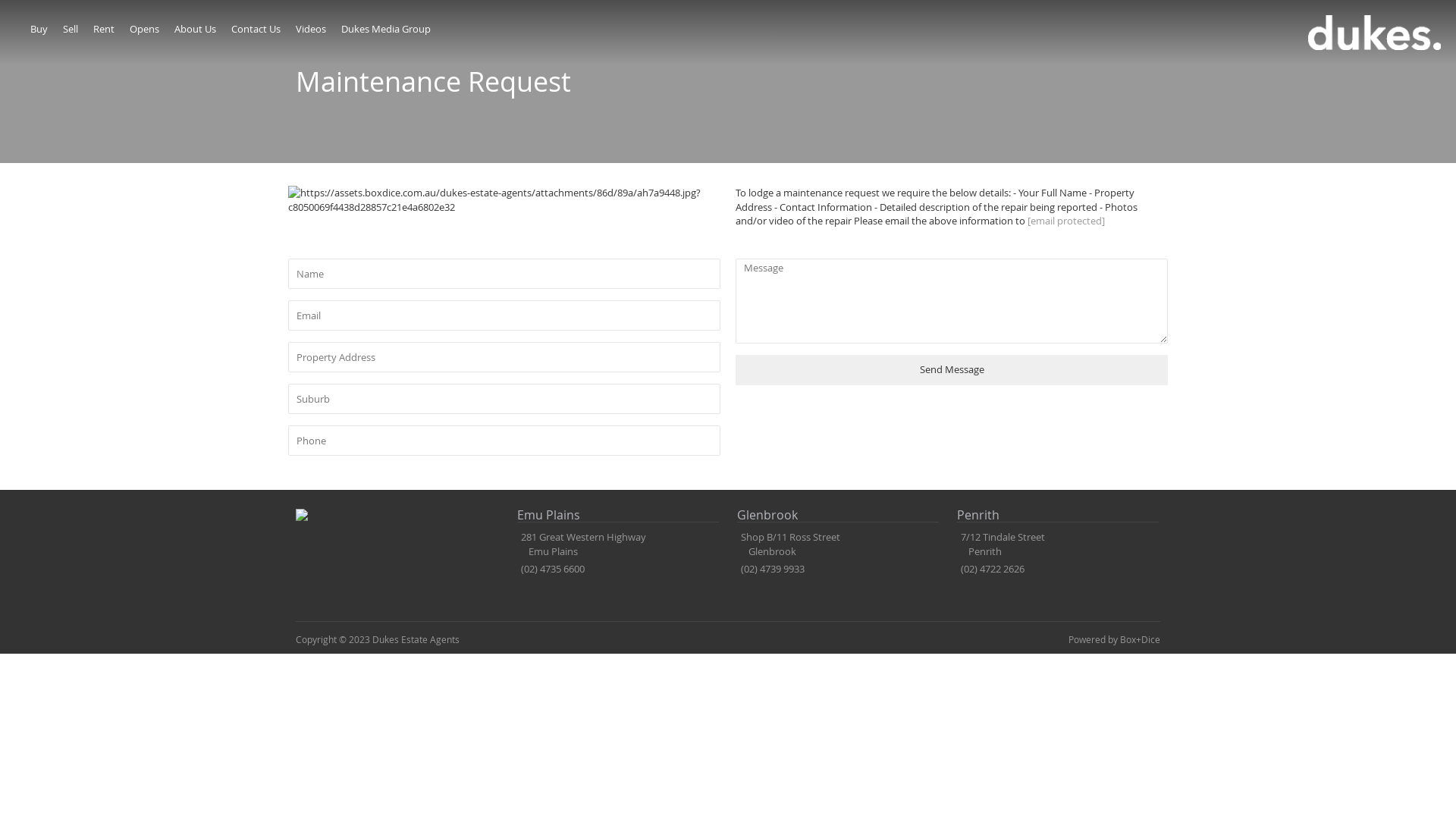 Image resolution: width=1456 pixels, height=819 pixels. I want to click on '(02) 4735 6600', so click(552, 568).